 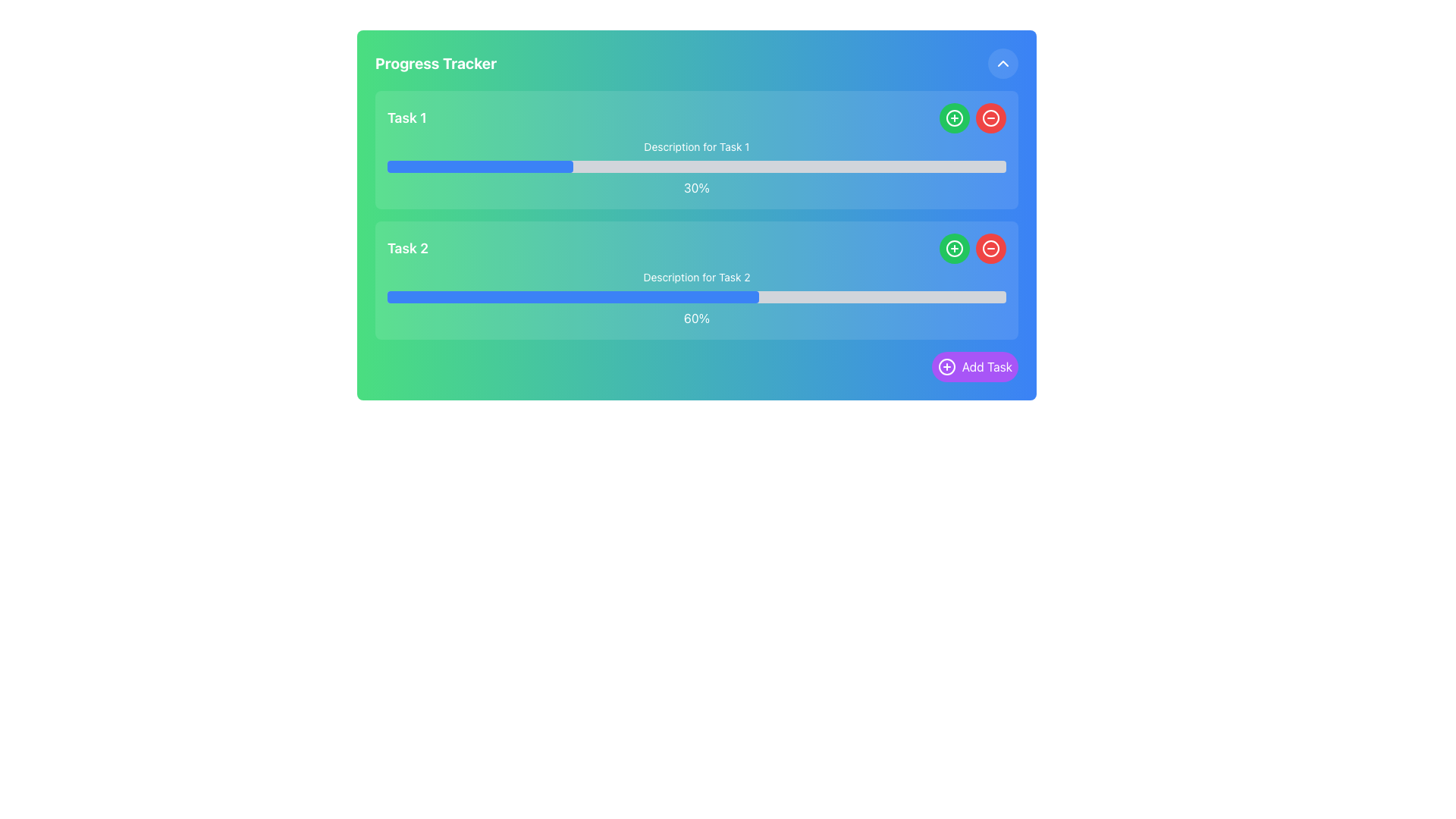 What do you see at coordinates (695, 318) in the screenshot?
I see `the label displaying '60%' that indicates the completion percentage of 'Task 2', positioned below the blue progress bar` at bounding box center [695, 318].